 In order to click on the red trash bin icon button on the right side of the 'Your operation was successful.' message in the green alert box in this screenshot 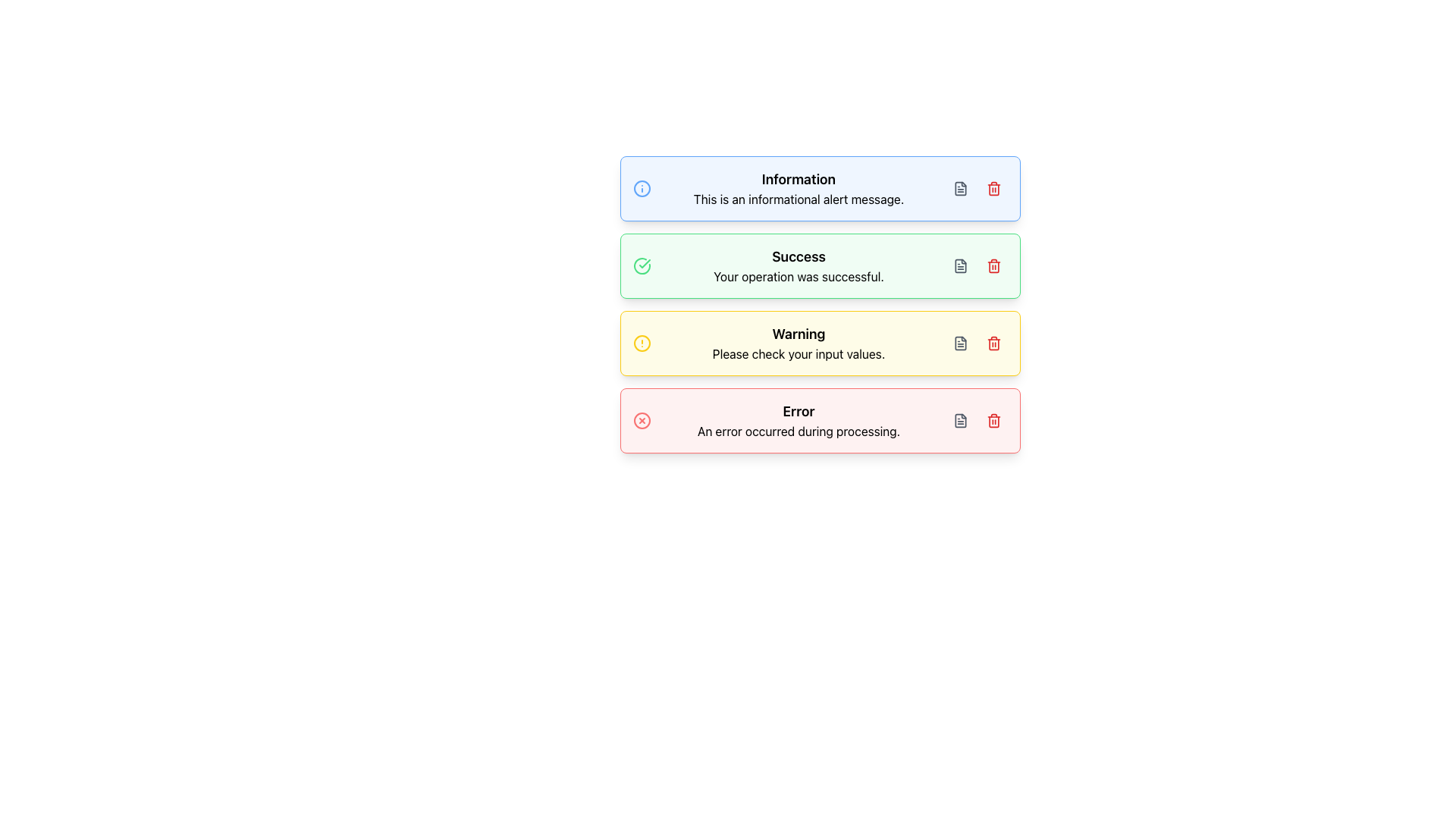, I will do `click(993, 265)`.